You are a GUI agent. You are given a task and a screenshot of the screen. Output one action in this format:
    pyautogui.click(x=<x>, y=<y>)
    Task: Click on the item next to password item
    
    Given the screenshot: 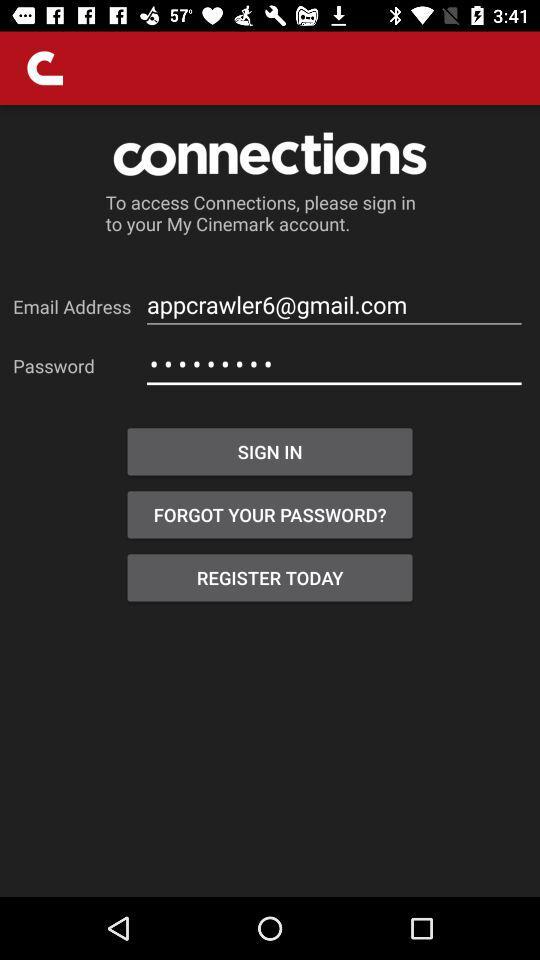 What is the action you would take?
    pyautogui.click(x=334, y=363)
    